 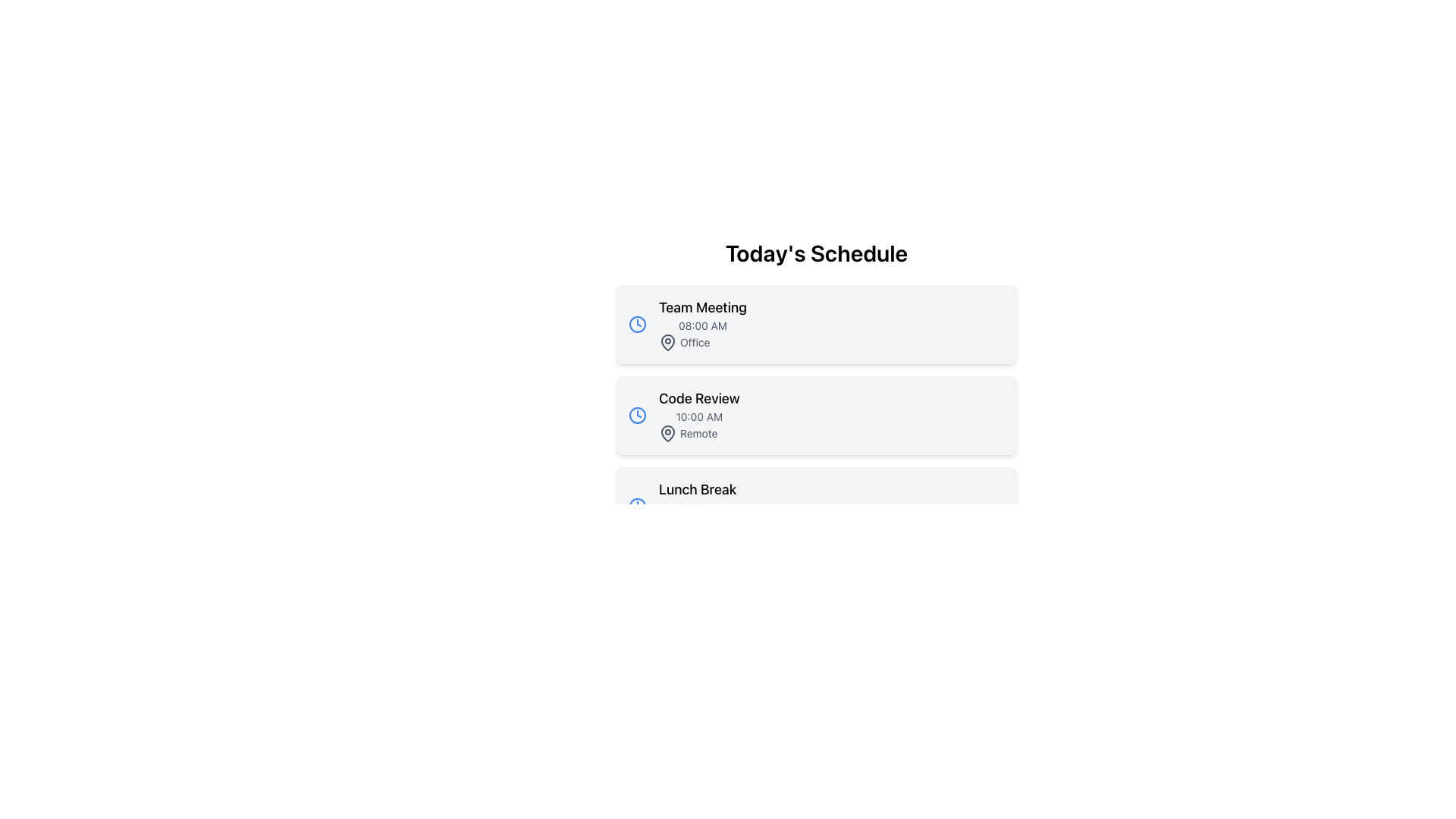 What do you see at coordinates (637, 415) in the screenshot?
I see `the graphical information of the clock icon located within the second event card titled 'Code Review' in today's schedule` at bounding box center [637, 415].